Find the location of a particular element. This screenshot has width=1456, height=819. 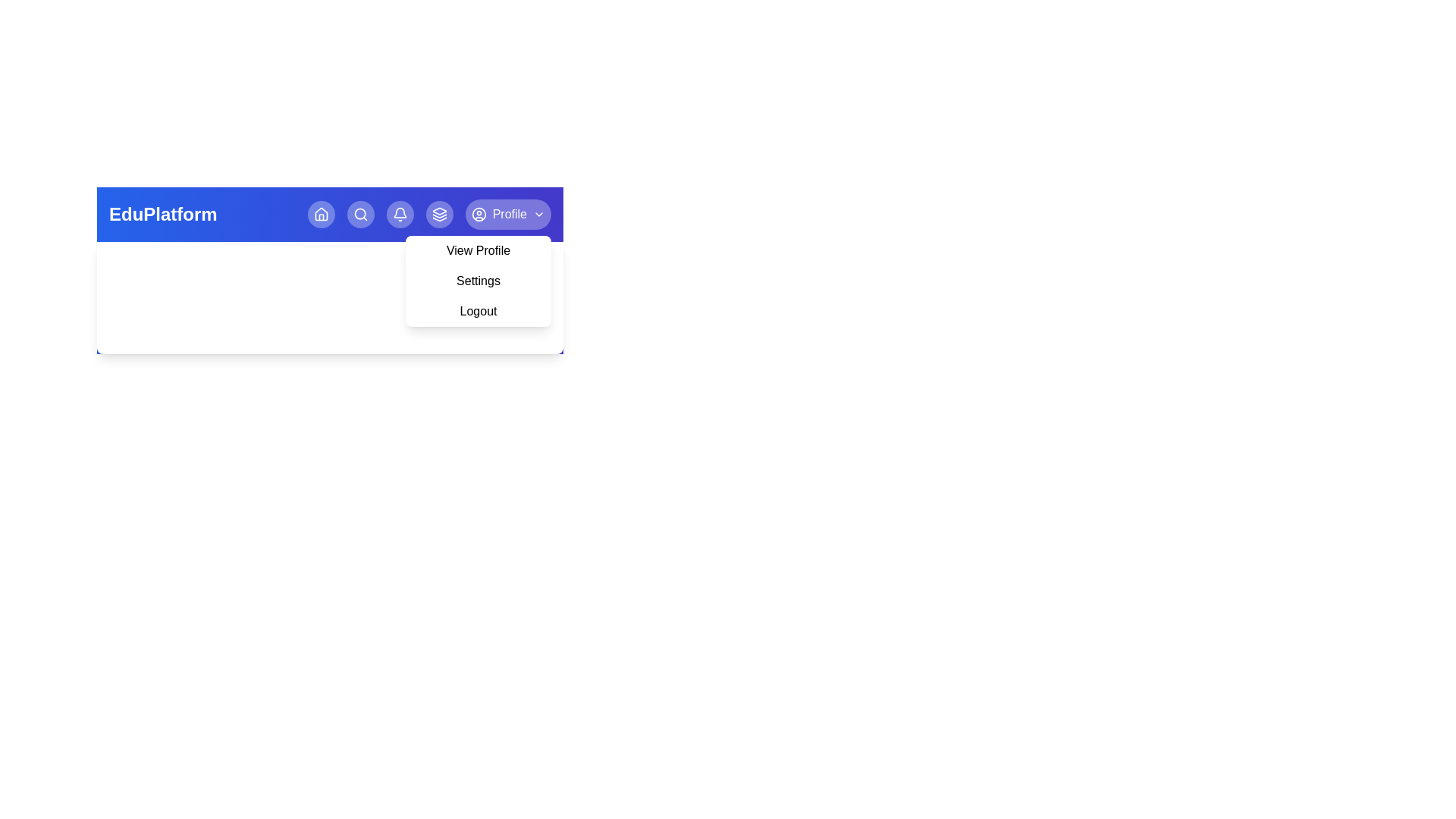

the Settings from the profile menu is located at coordinates (477, 281).